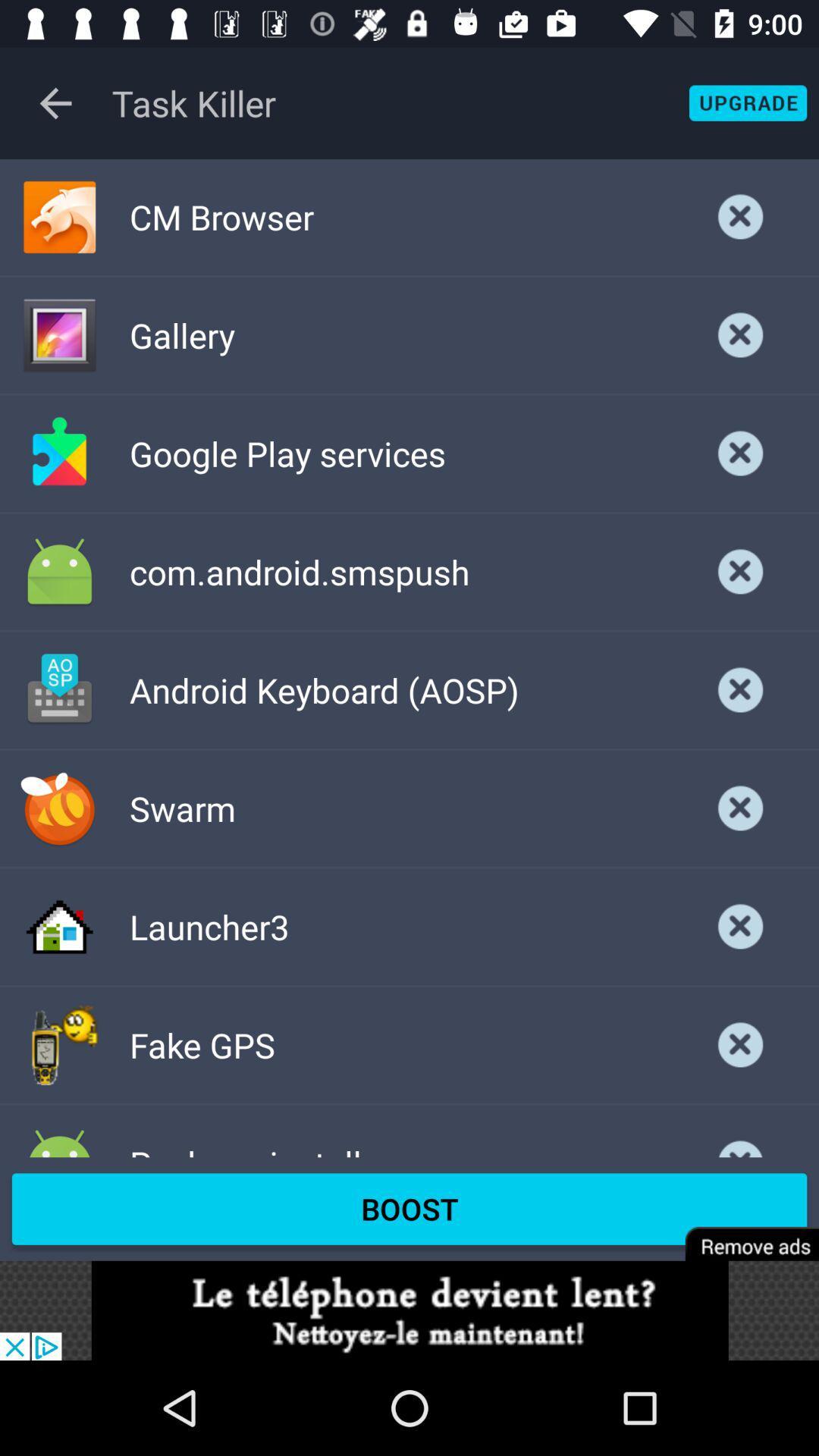 This screenshot has height=1456, width=819. What do you see at coordinates (740, 1044) in the screenshot?
I see `end task x button` at bounding box center [740, 1044].